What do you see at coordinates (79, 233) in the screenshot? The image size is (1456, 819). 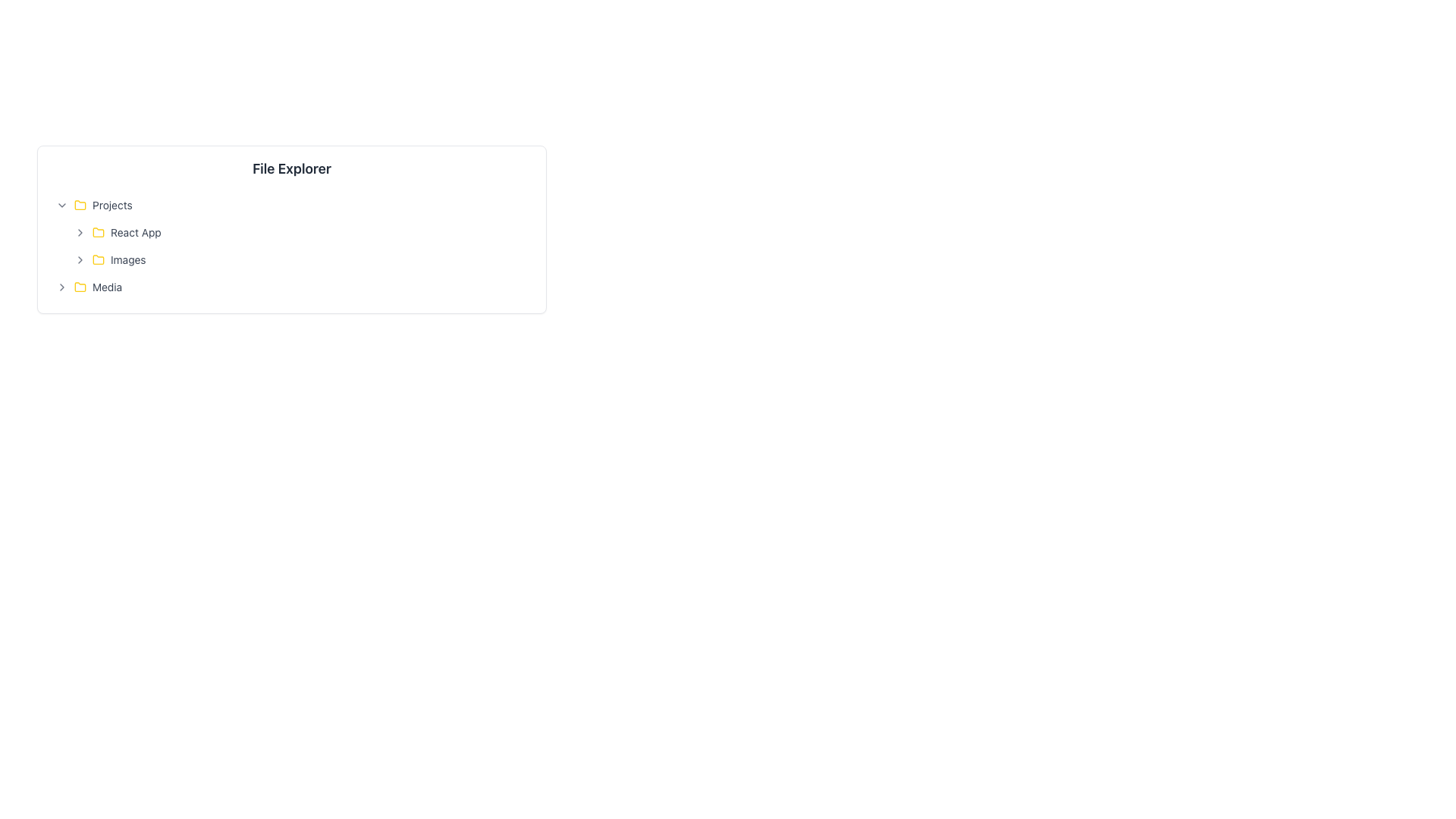 I see `the rightward-pointing chevron icon used for navigation or toggling, located to the left of the 'React App' text` at bounding box center [79, 233].